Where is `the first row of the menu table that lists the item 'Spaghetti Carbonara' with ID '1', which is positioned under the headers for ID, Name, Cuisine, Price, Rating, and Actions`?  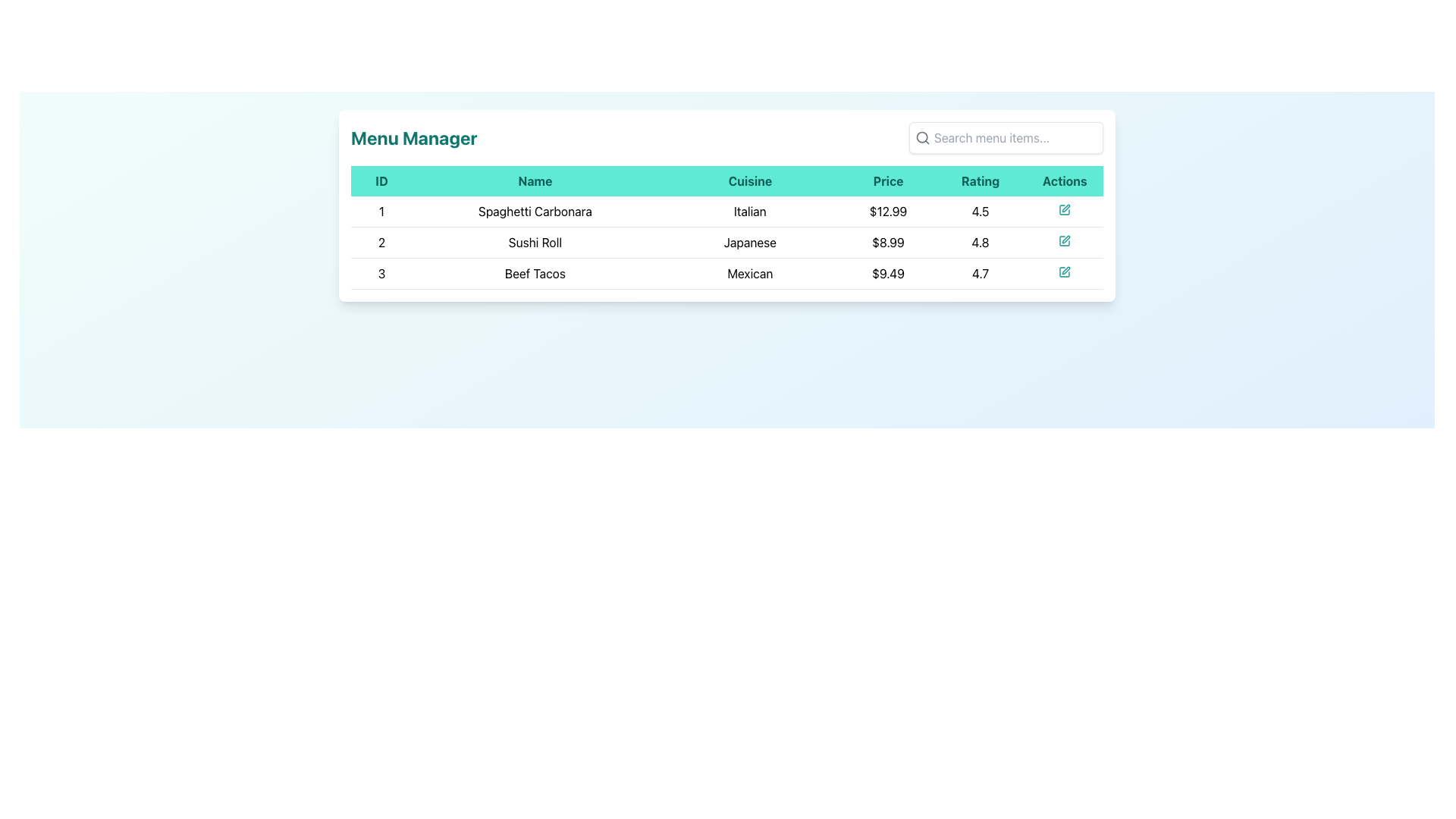
the first row of the menu table that lists the item 'Spaghetti Carbonara' with ID '1', which is positioned under the headers for ID, Name, Cuisine, Price, Rating, and Actions is located at coordinates (726, 211).